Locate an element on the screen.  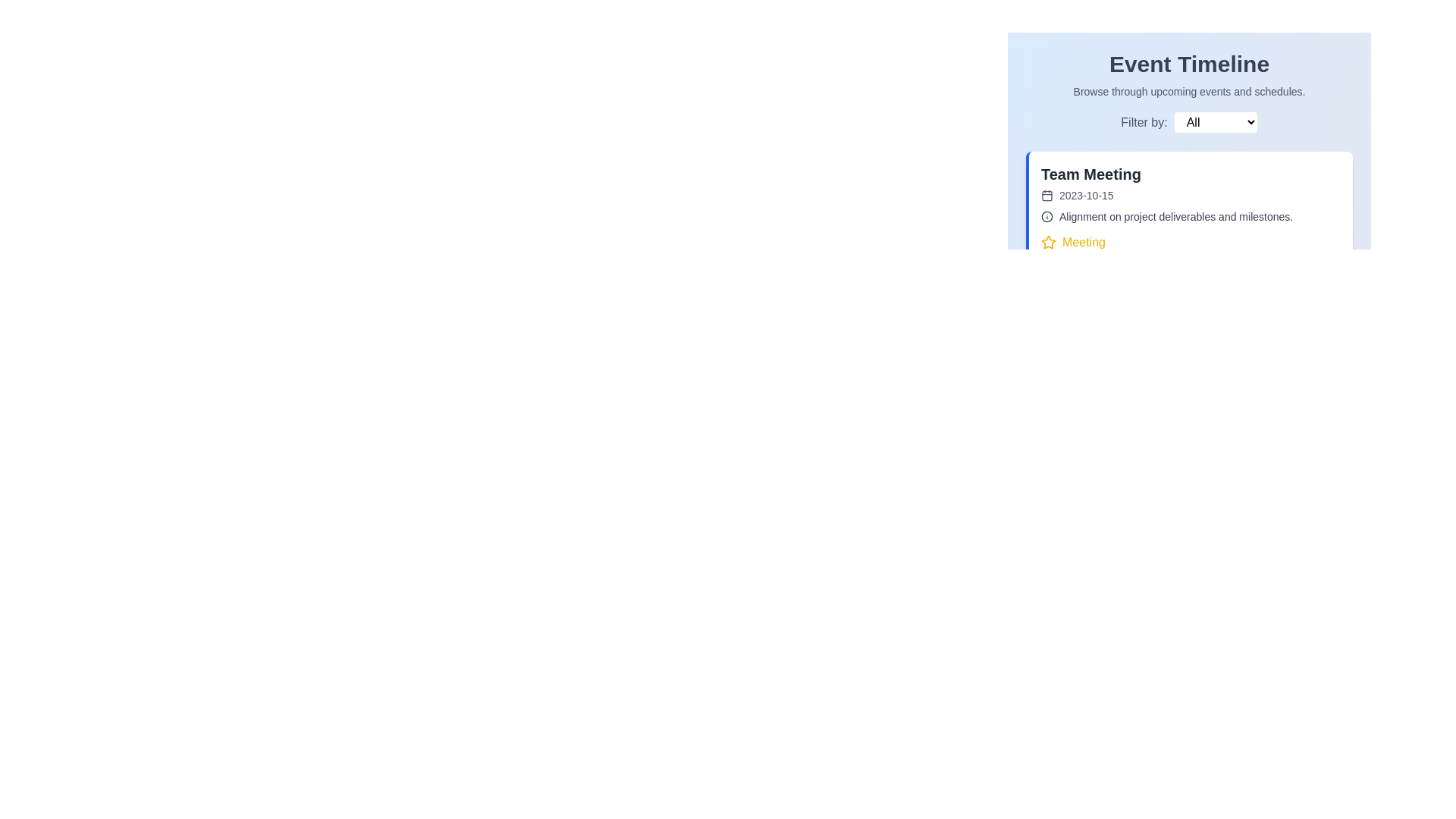
date displayed as '2023-10-15' in gray font under the heading 'Team Meeting', which is aligned with a calendar icon to its left is located at coordinates (1090, 195).